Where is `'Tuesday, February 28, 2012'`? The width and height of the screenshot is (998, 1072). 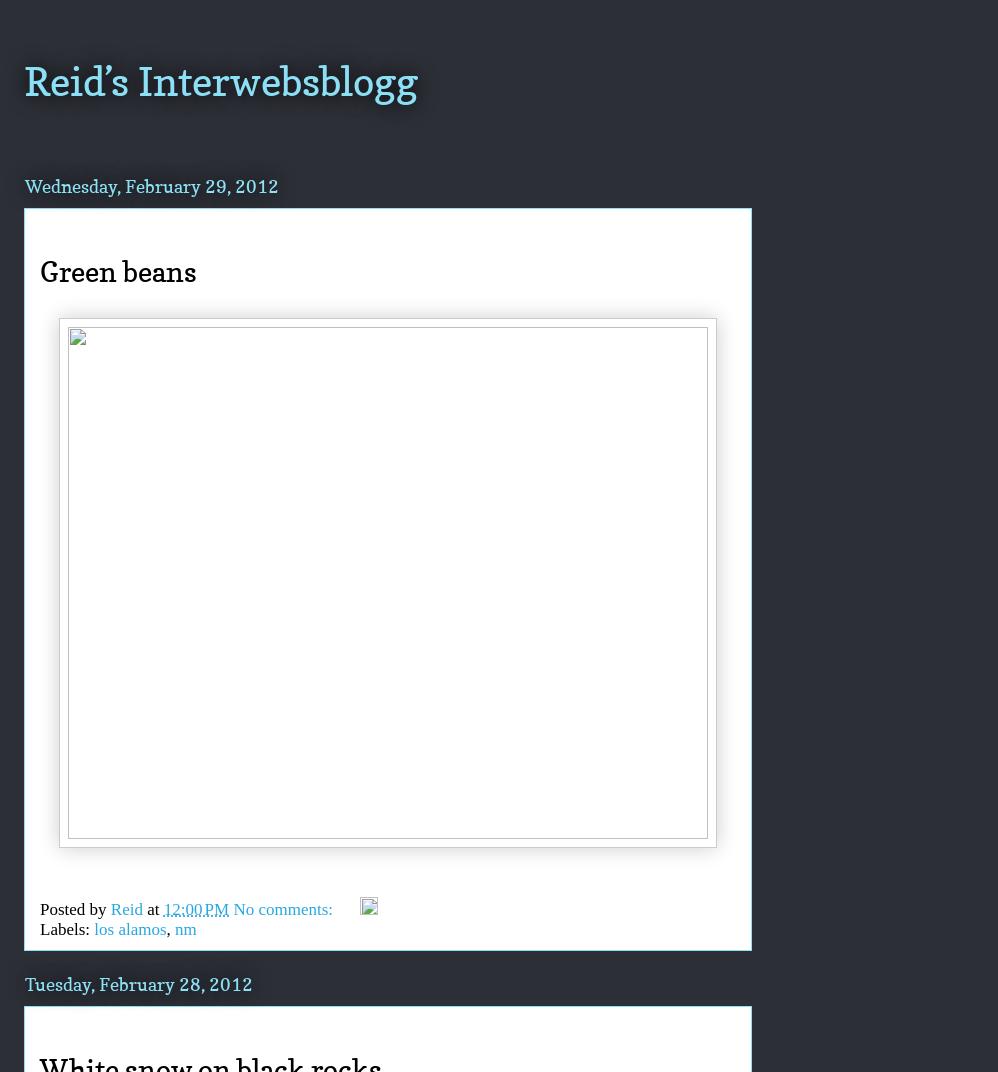
'Tuesday, February 28, 2012' is located at coordinates (139, 982).